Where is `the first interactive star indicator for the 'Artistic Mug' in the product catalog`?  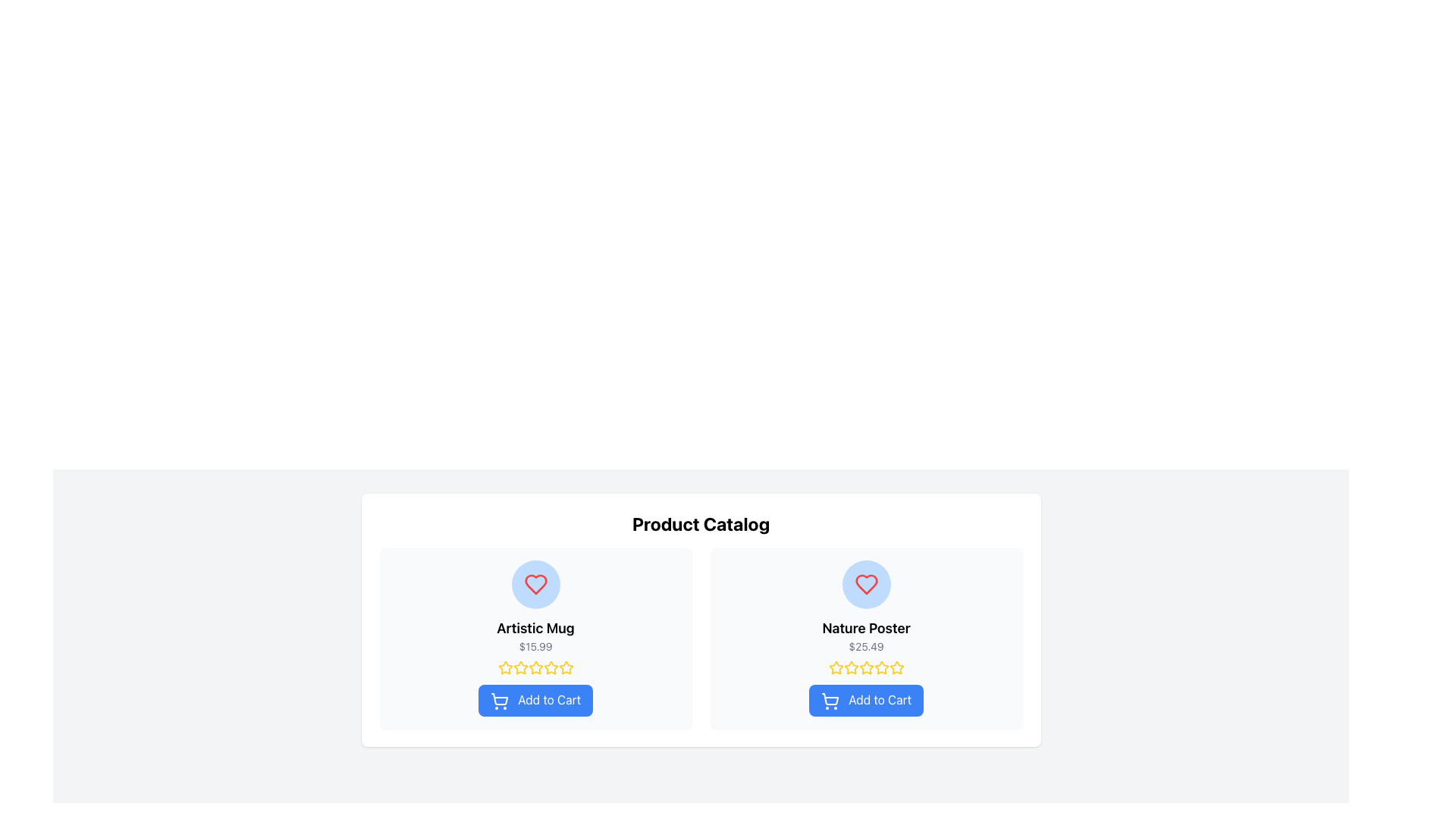 the first interactive star indicator for the 'Artistic Mug' in the product catalog is located at coordinates (520, 667).